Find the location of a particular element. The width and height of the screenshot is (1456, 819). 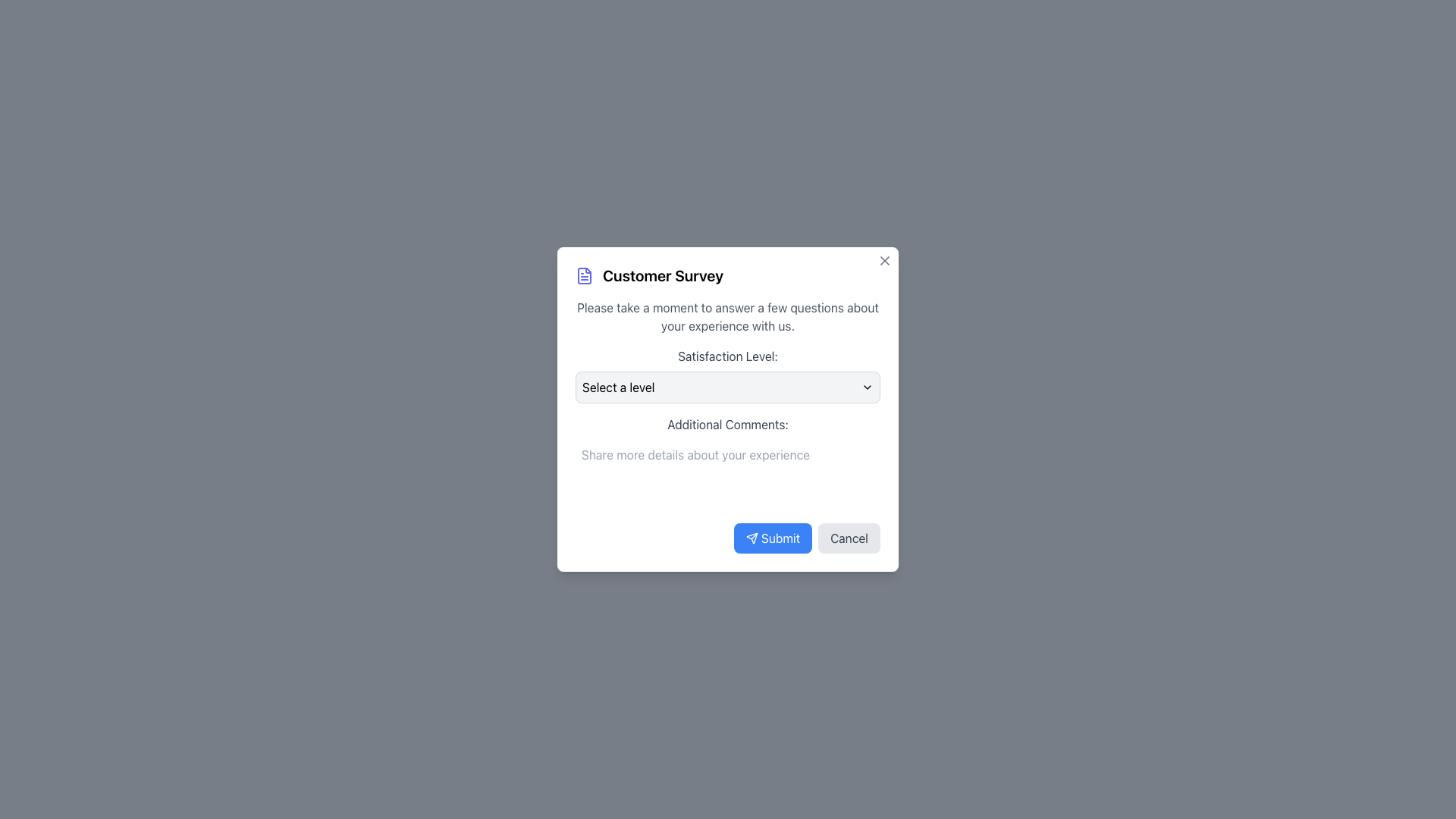

text from the Text Header located at the top section of the dialog box for the customer survey, which is adjacent to a small file icon is located at coordinates (663, 275).